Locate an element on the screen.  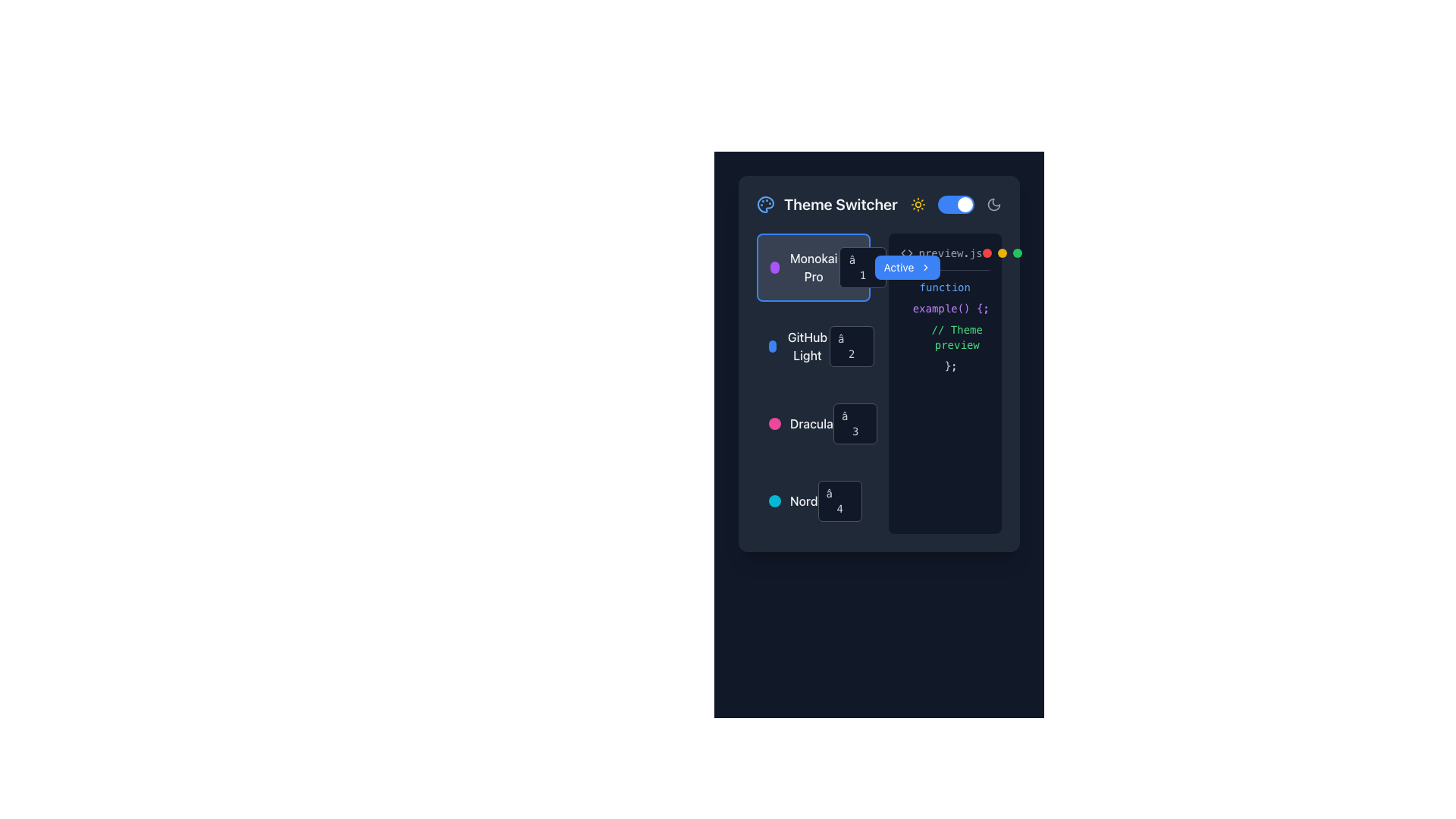
the text label 'Monokai Pro' which serves as the identifier for its theme option in the theme selection menu to associate it with its theme group is located at coordinates (813, 267).